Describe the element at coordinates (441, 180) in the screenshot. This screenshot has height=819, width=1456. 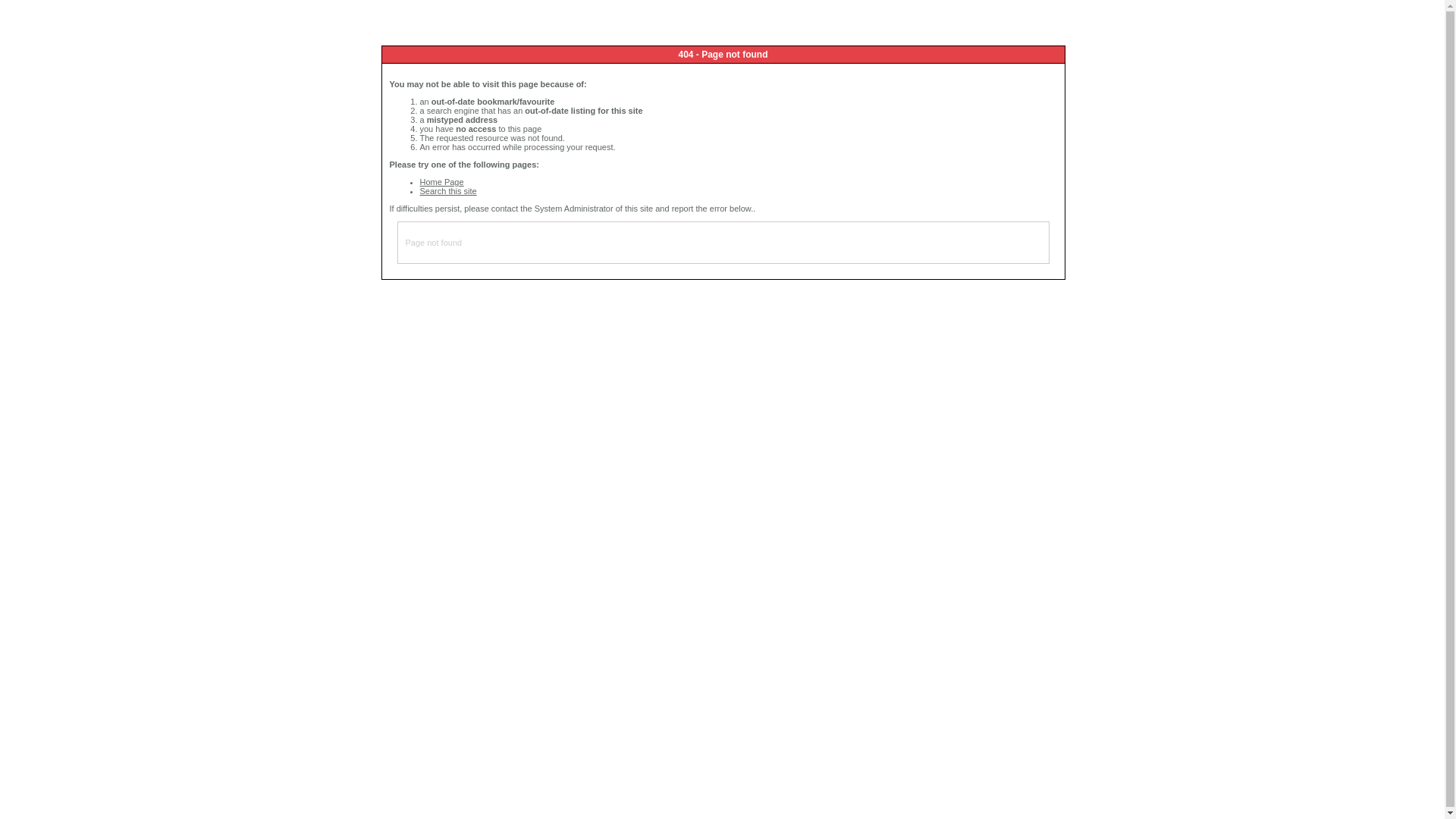
I see `'Home Page'` at that location.